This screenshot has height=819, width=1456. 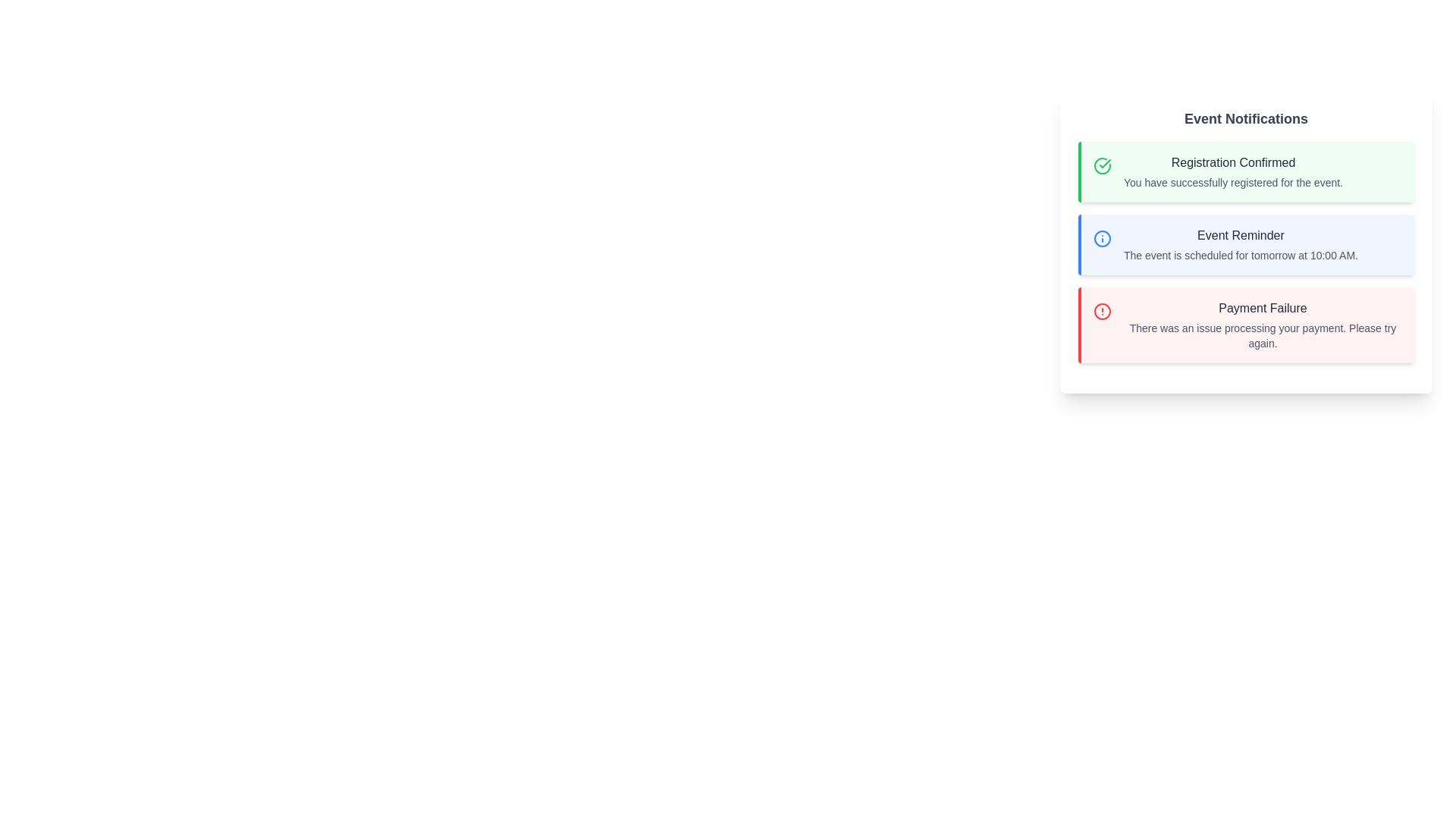 I want to click on the green-colored notification card labeled 'Registration Confirmed' in the 'Event Notifications' section, so click(x=1103, y=166).